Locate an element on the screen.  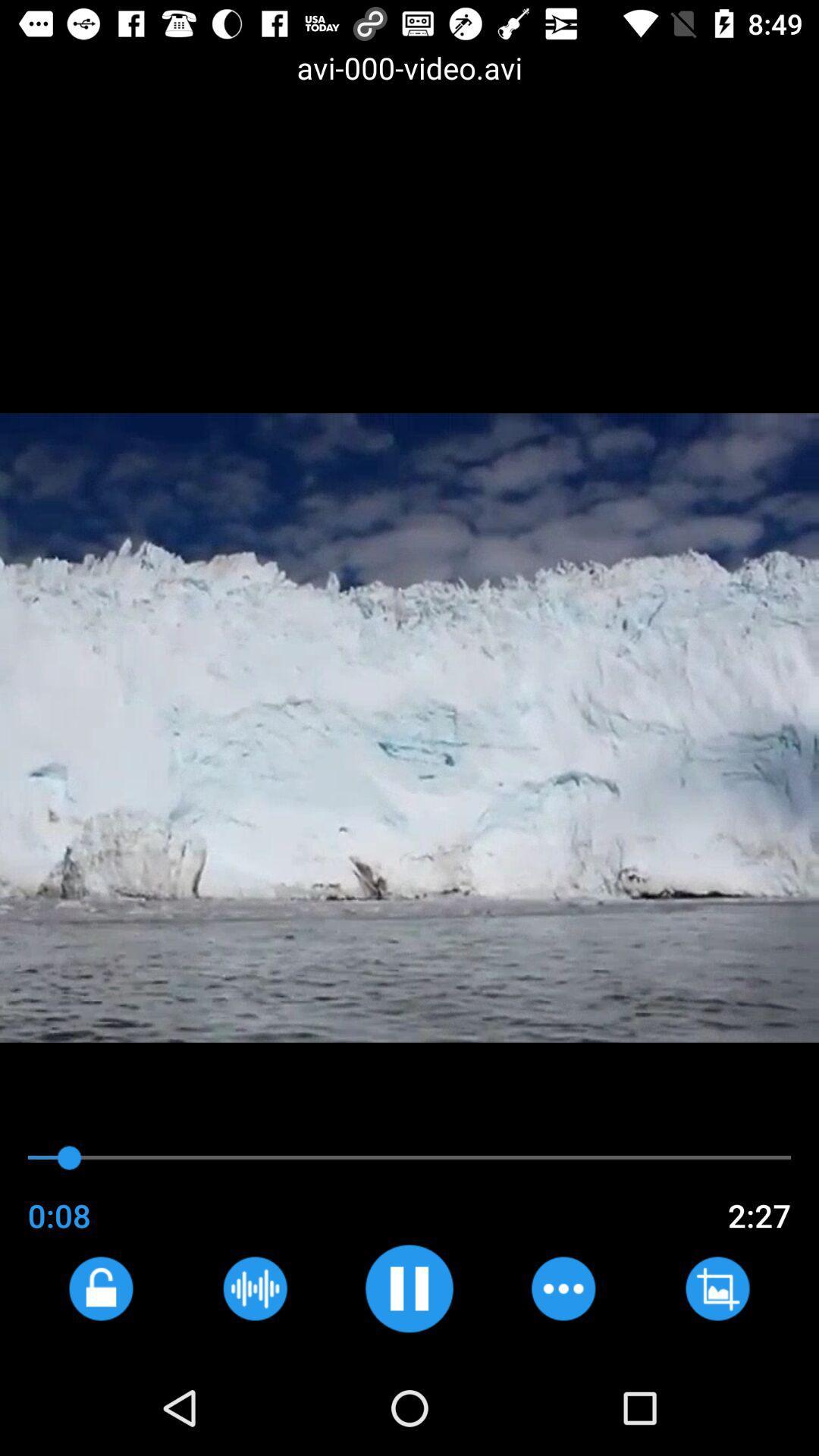
lock the screen is located at coordinates (101, 1288).